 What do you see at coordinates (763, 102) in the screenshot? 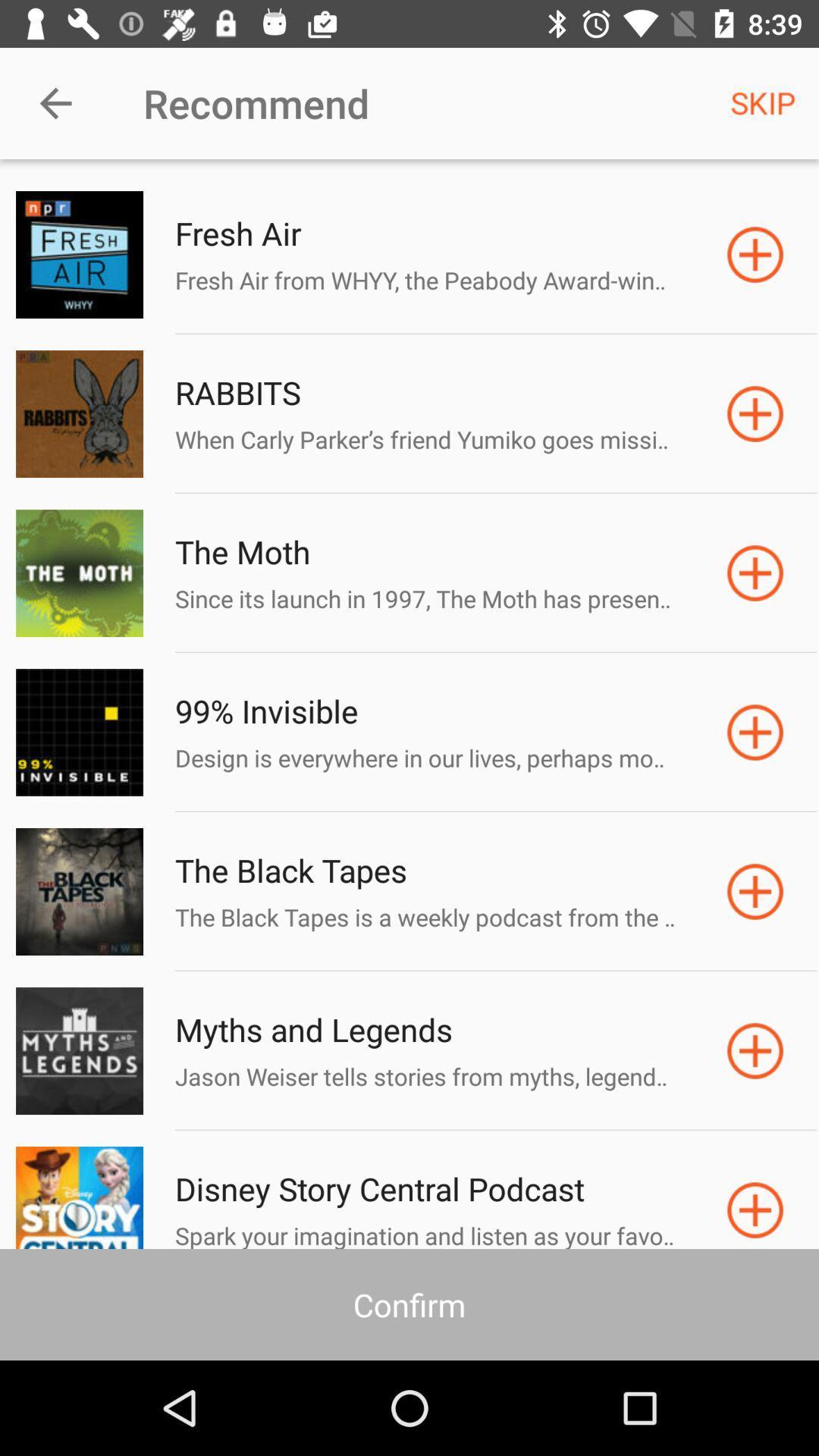
I see `the icon next to recommend icon` at bounding box center [763, 102].